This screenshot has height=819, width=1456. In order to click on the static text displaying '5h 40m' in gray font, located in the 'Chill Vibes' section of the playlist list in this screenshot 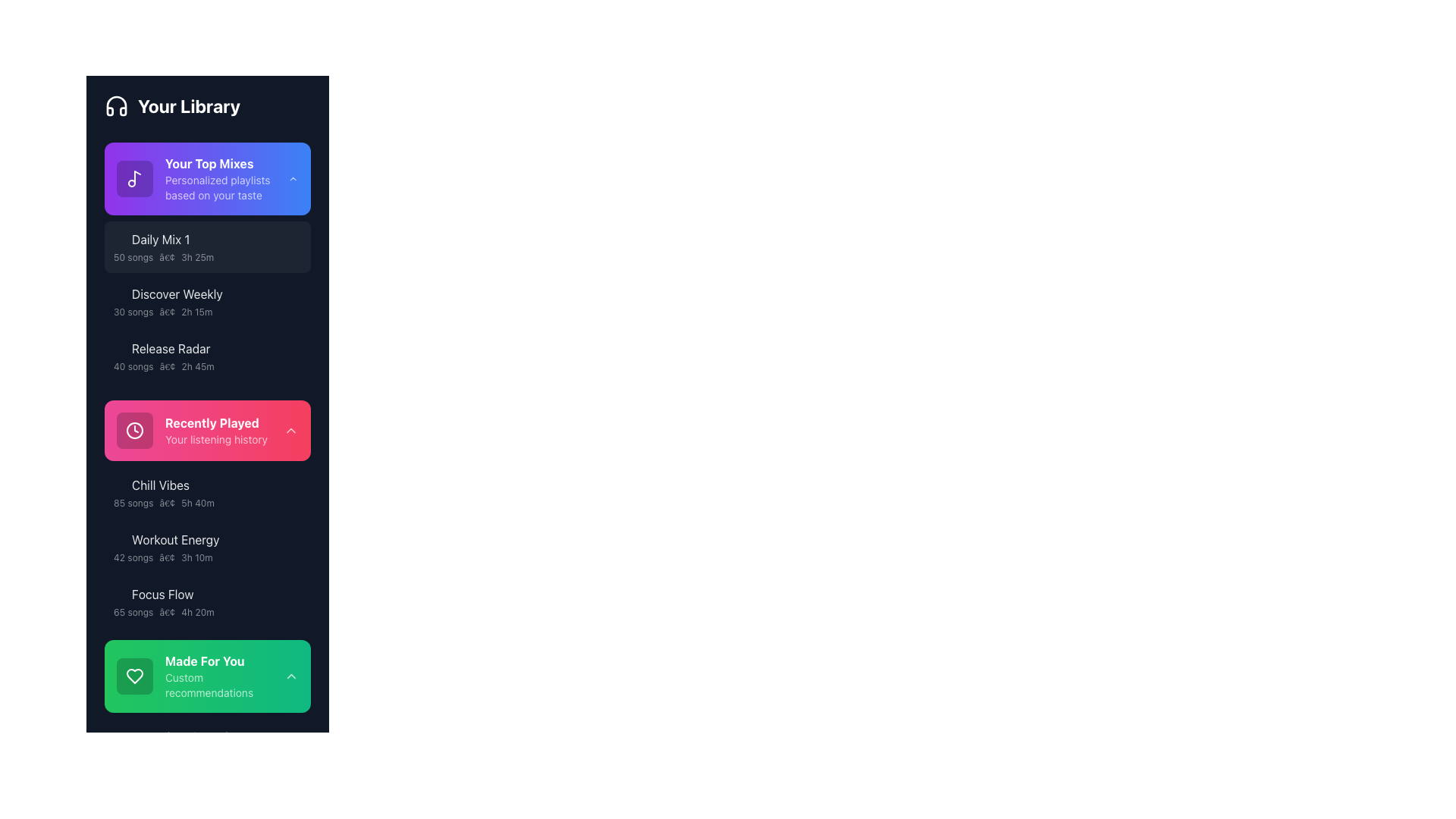, I will do `click(197, 503)`.